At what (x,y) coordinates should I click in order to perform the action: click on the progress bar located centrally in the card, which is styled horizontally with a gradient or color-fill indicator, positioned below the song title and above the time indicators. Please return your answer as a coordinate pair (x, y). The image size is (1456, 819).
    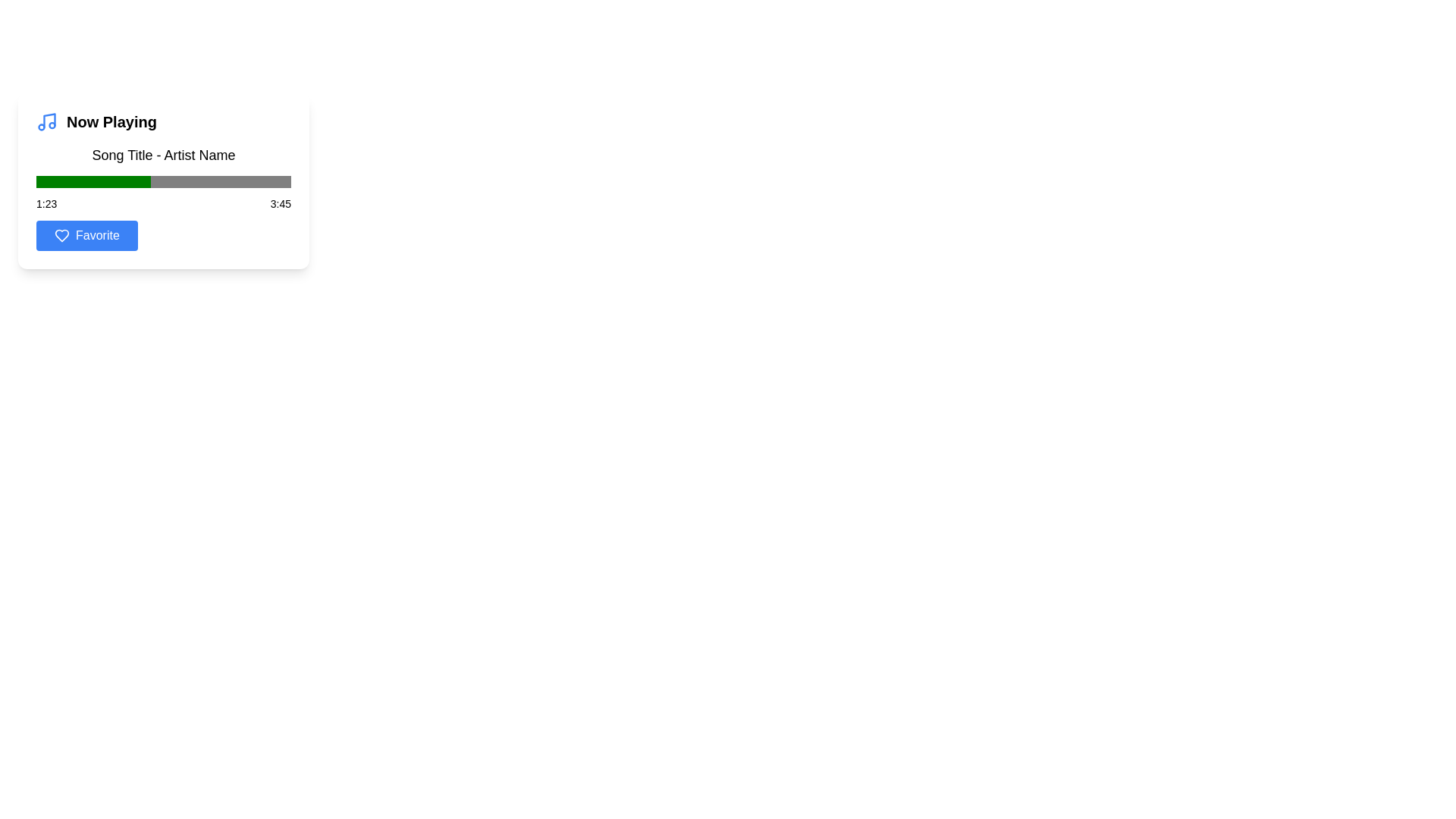
    Looking at the image, I should click on (164, 180).